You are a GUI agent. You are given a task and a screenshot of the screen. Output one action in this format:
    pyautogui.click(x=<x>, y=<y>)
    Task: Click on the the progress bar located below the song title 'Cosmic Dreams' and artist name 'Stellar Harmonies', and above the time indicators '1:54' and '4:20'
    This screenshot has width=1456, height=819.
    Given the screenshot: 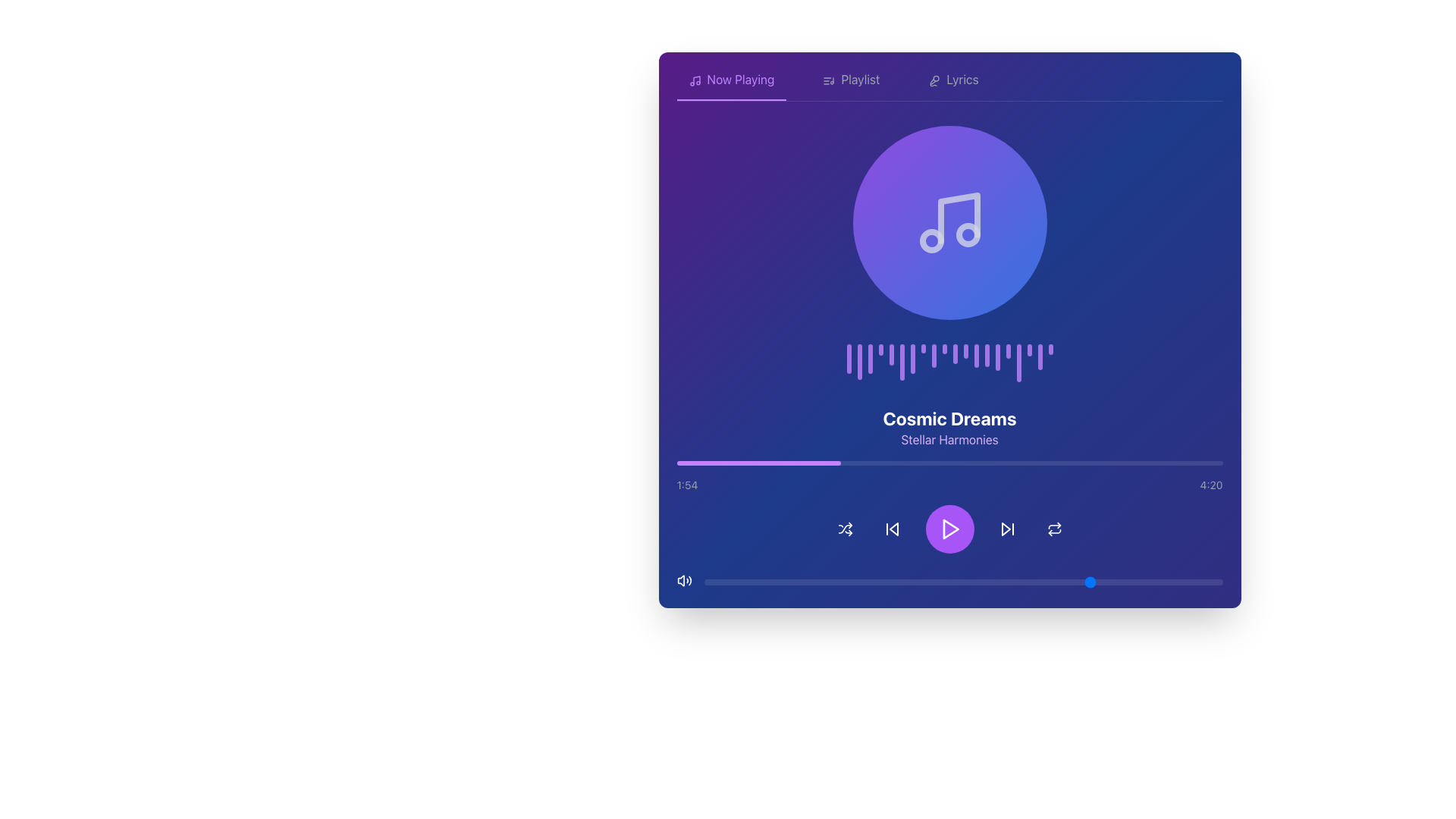 What is the action you would take?
    pyautogui.click(x=949, y=462)
    